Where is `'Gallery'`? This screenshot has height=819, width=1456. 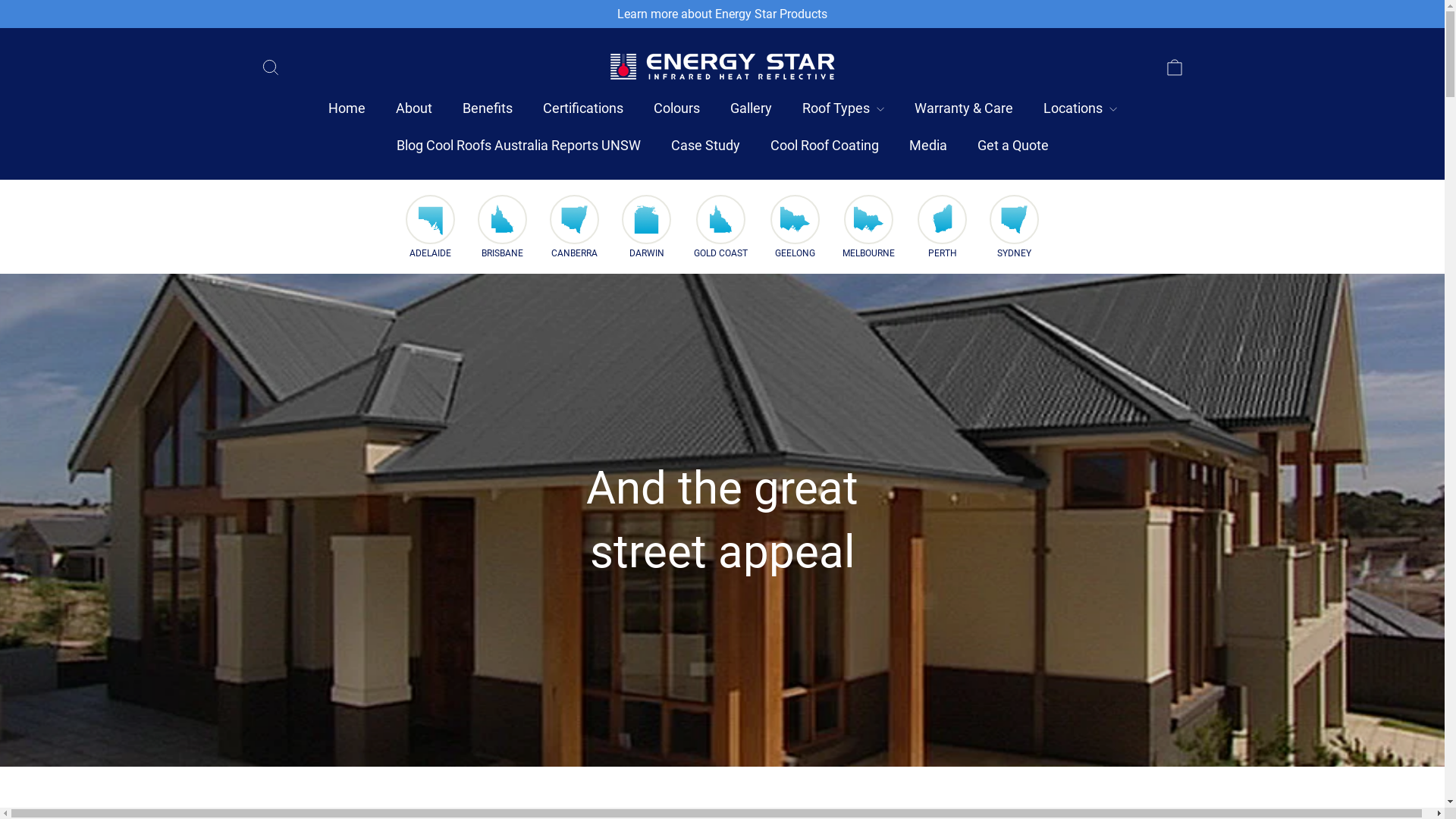
'Gallery' is located at coordinates (713, 108).